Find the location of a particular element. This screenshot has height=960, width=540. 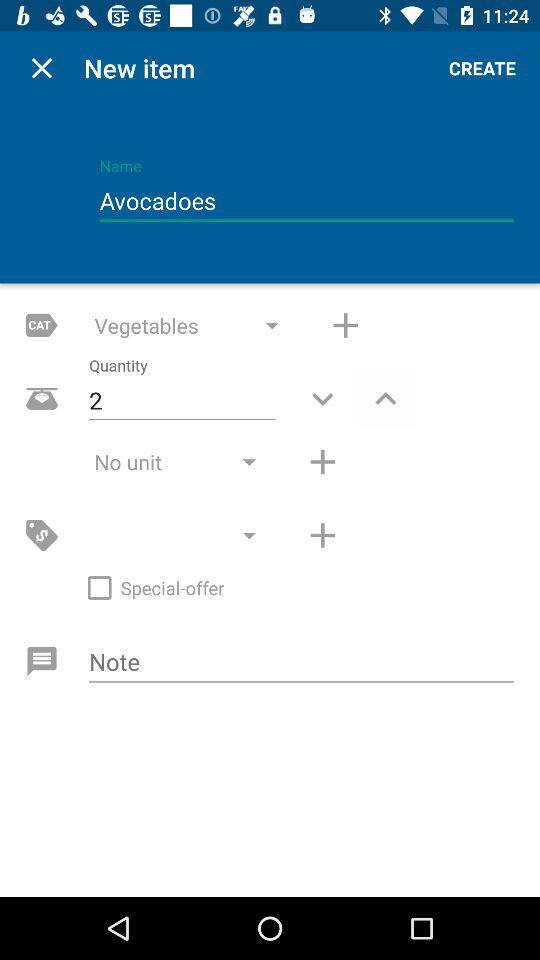

the add icon is located at coordinates (344, 325).